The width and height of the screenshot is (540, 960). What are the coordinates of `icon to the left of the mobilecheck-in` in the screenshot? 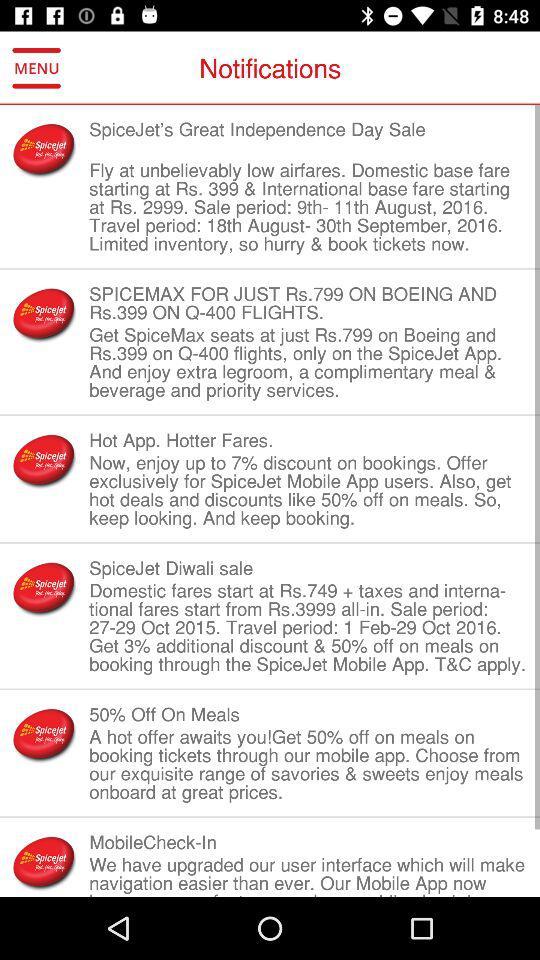 It's located at (44, 861).